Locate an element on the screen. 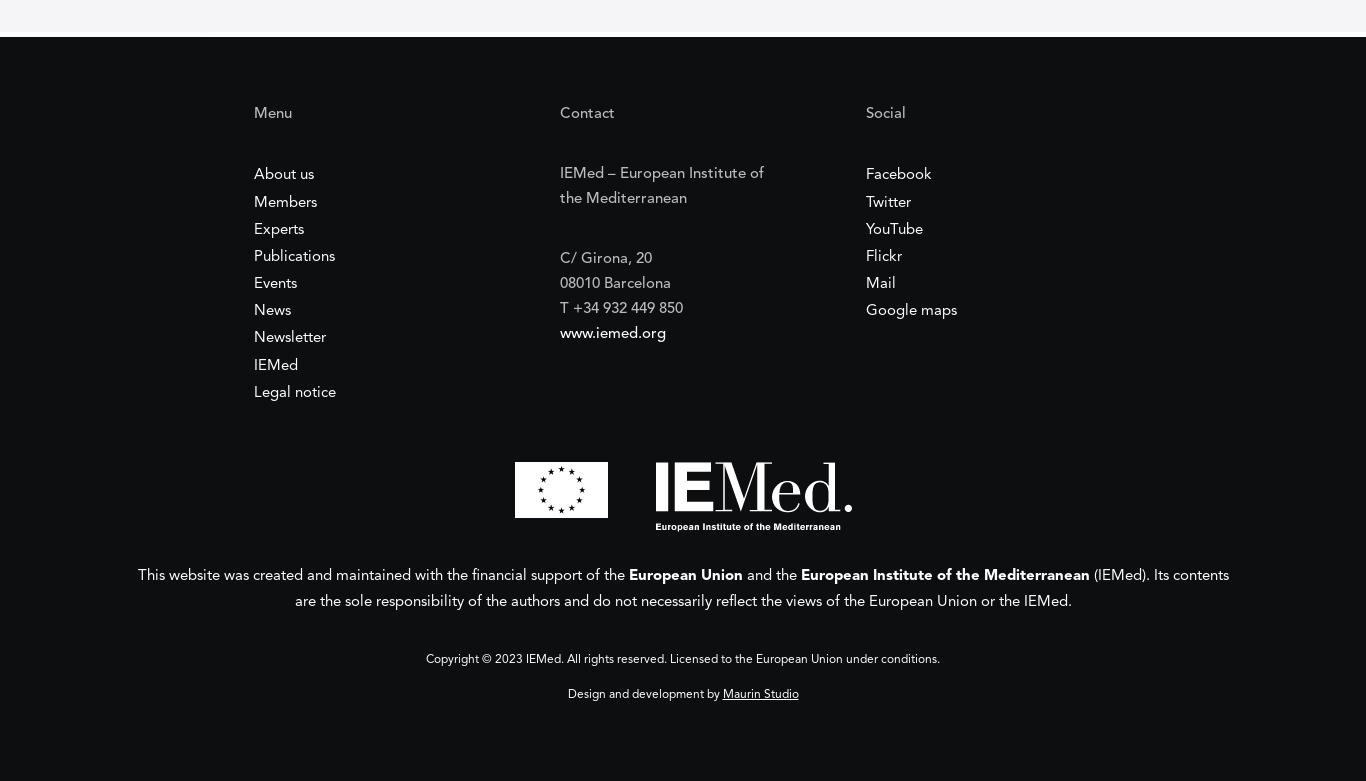 This screenshot has width=1366, height=781. 'Events' is located at coordinates (274, 284).